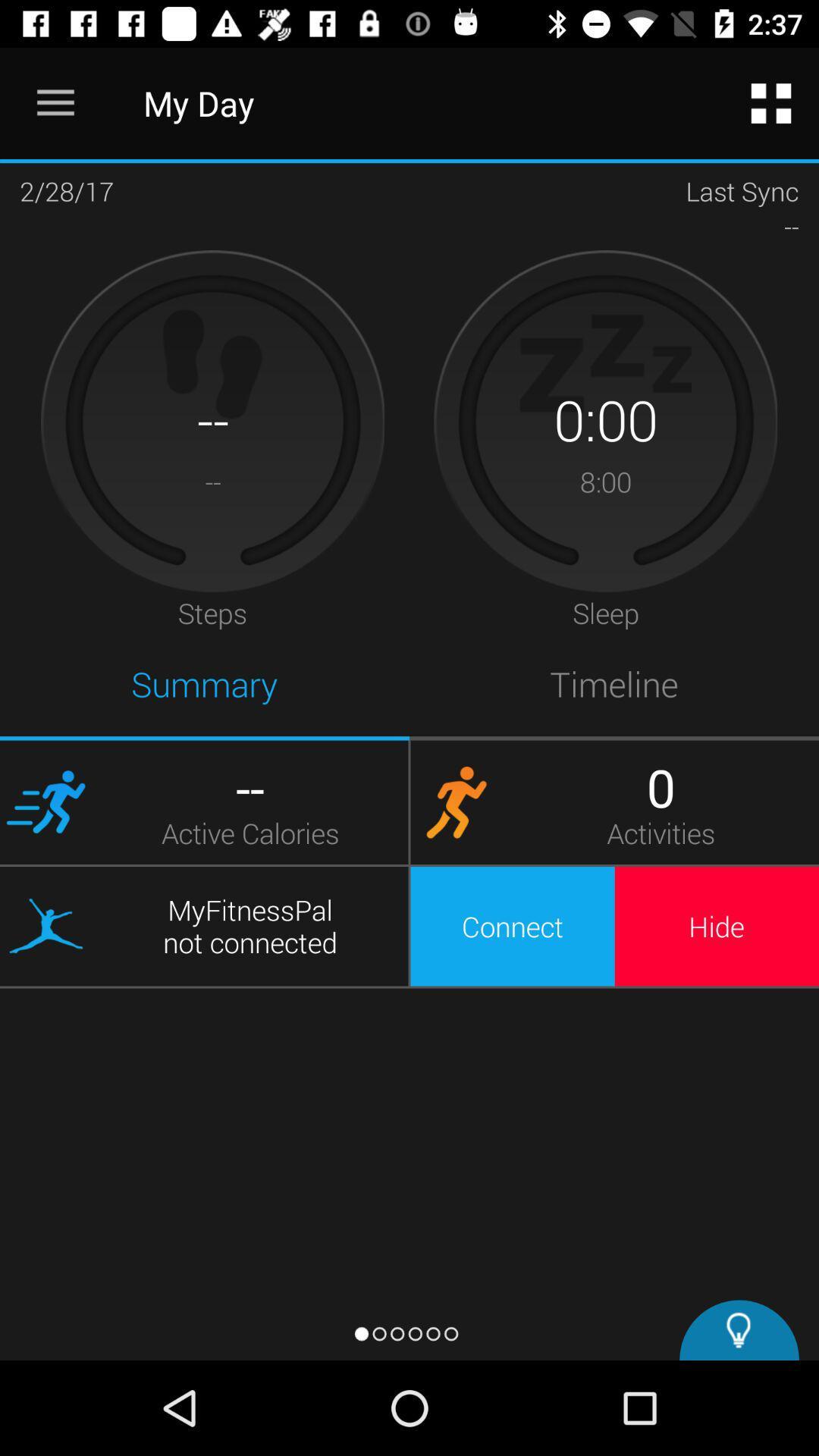 Image resolution: width=819 pixels, height=1456 pixels. I want to click on hide icon, so click(717, 925).